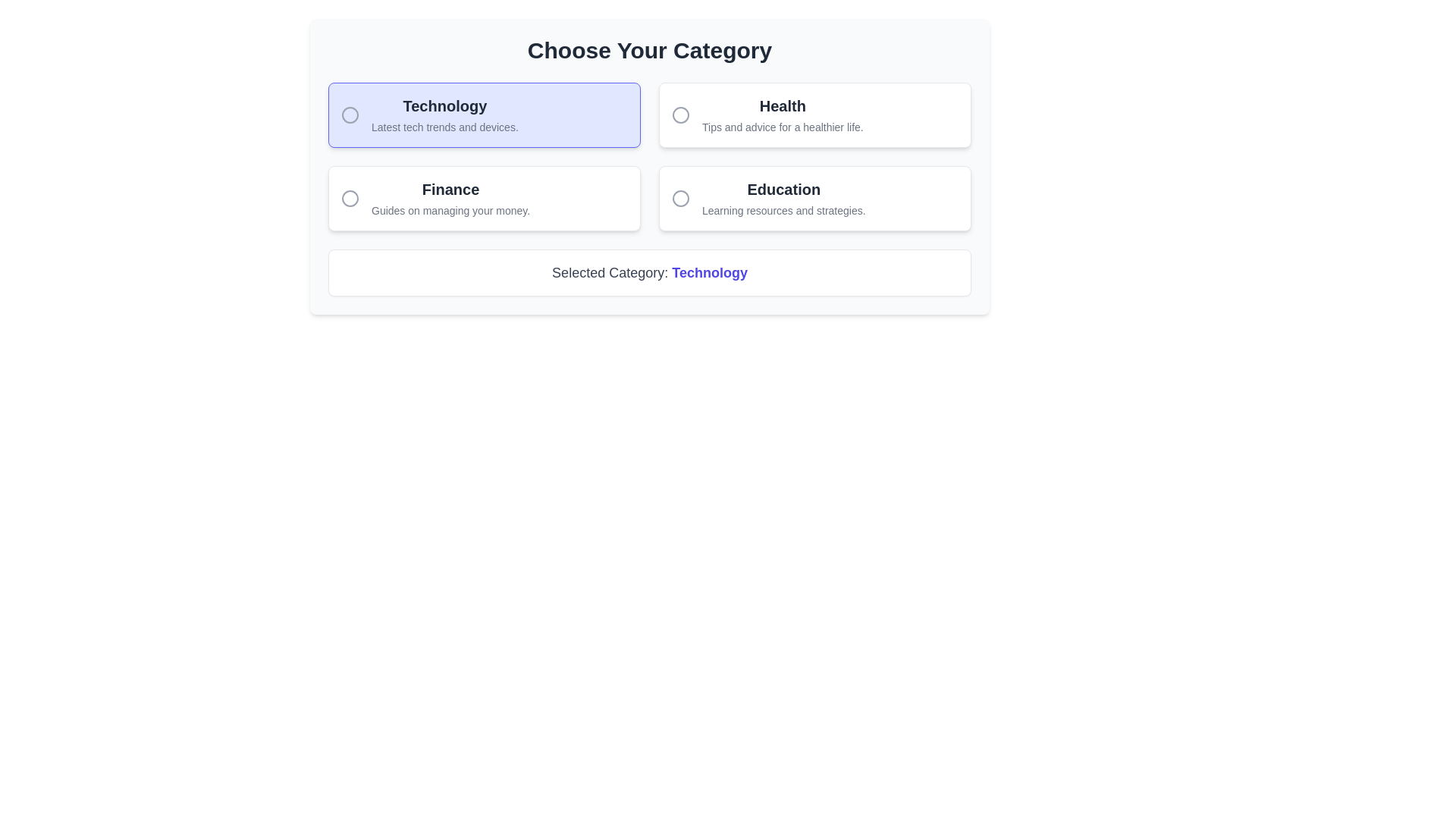  What do you see at coordinates (450, 189) in the screenshot?
I see `the static text heading that serves as the title for the 'Finance' category in the selection menu, located in the second category box from the left` at bounding box center [450, 189].